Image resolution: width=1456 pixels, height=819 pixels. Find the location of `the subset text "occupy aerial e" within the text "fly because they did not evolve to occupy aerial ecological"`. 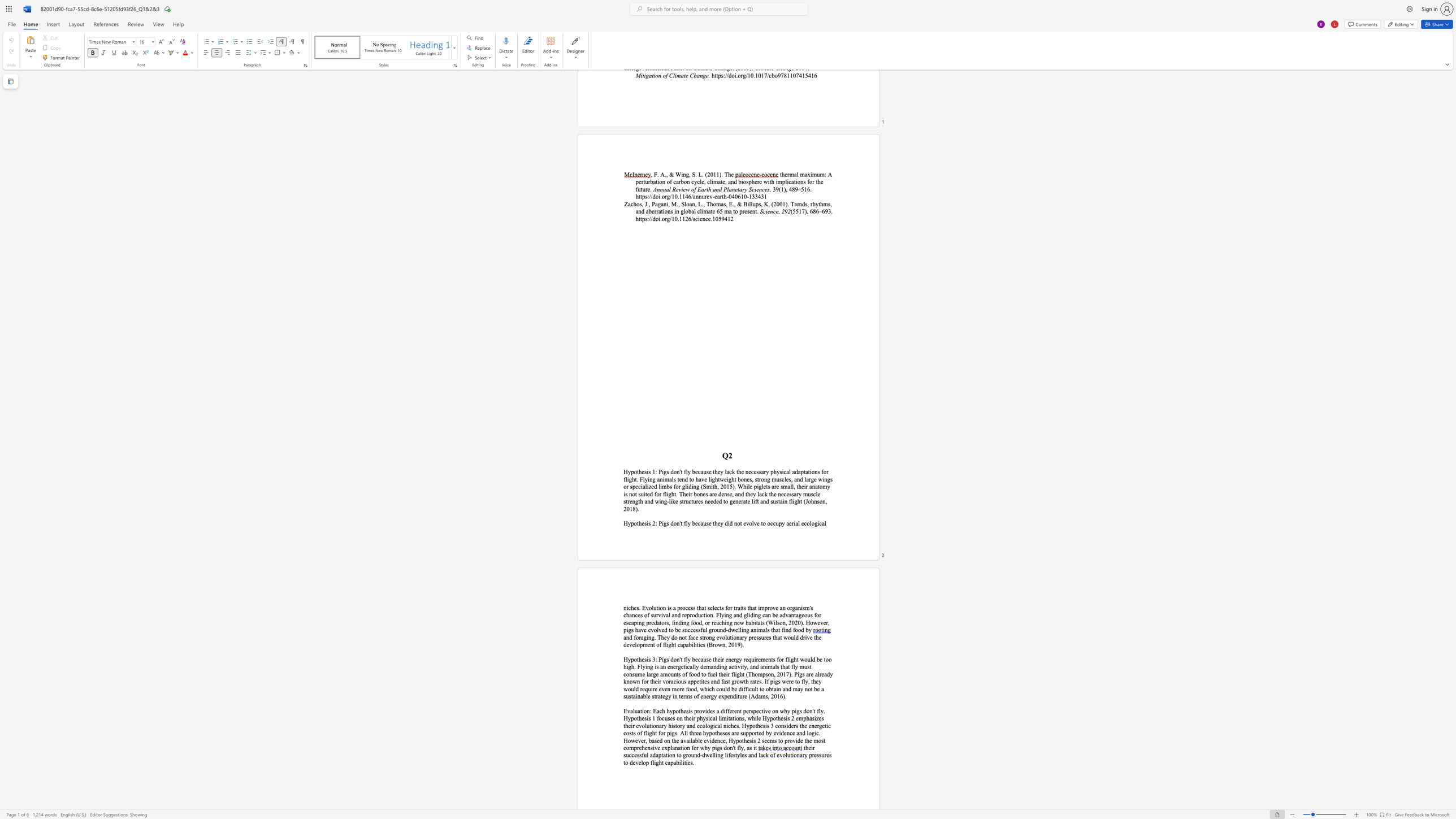

the subset text "occupy aerial e" within the text "fly because they did not evolve to occupy aerial ecological" is located at coordinates (766, 522).